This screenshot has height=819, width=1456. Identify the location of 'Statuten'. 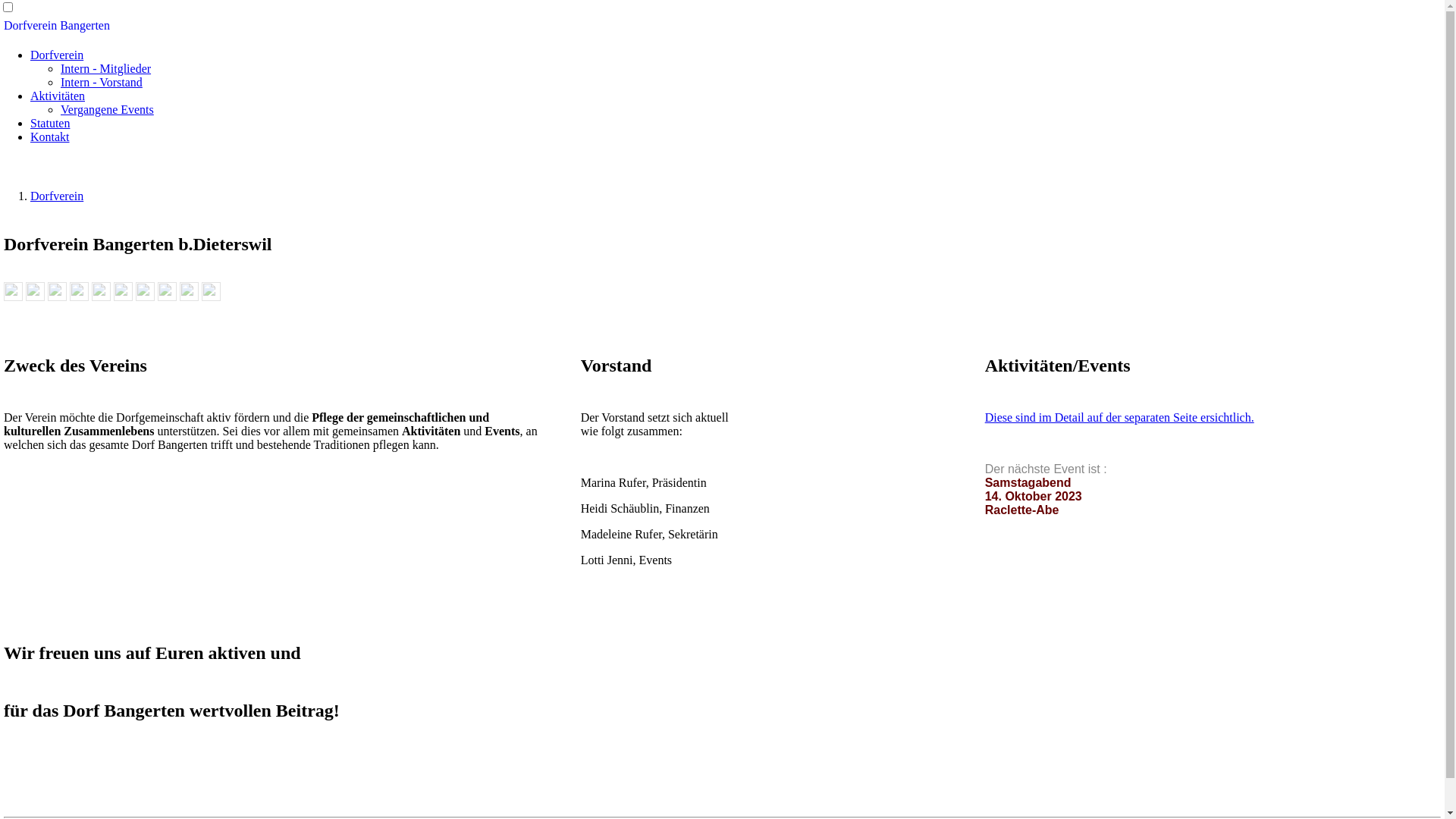
(30, 122).